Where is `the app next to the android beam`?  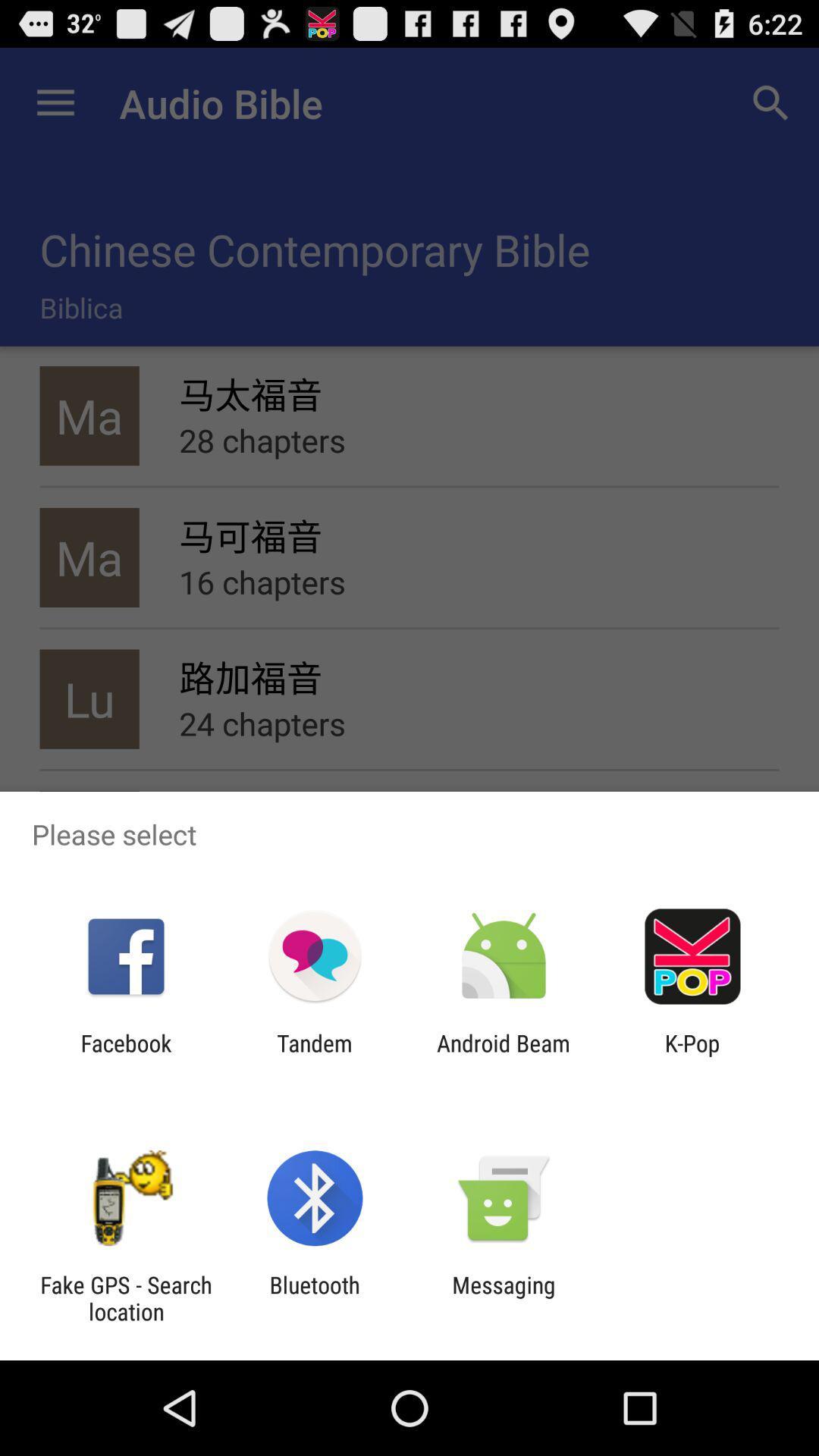 the app next to the android beam is located at coordinates (314, 1056).